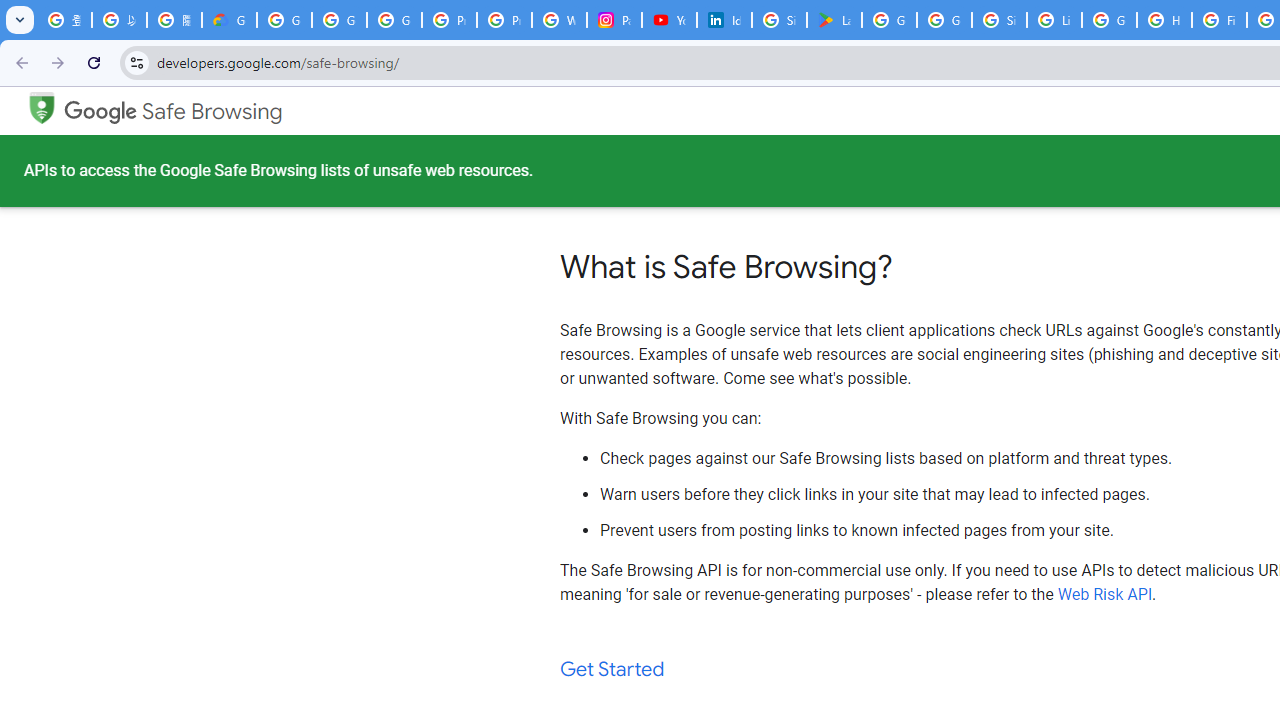 Image resolution: width=1280 pixels, height=720 pixels. I want to click on 'Google Safe Browsing', so click(173, 111).